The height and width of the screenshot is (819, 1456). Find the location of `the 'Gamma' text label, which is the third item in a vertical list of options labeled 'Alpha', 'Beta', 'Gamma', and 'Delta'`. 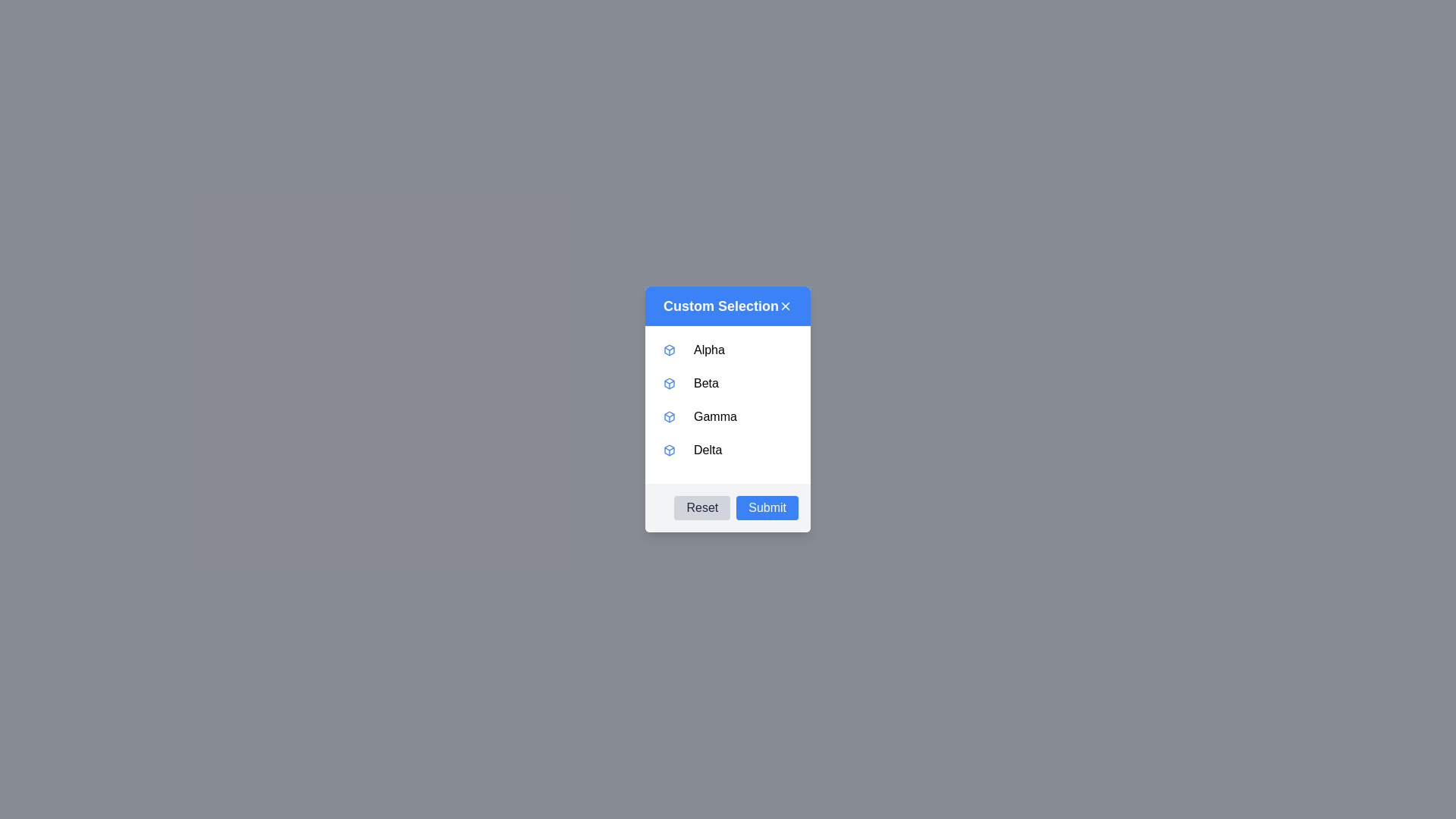

the 'Gamma' text label, which is the third item in a vertical list of options labeled 'Alpha', 'Beta', 'Gamma', and 'Delta' is located at coordinates (714, 417).